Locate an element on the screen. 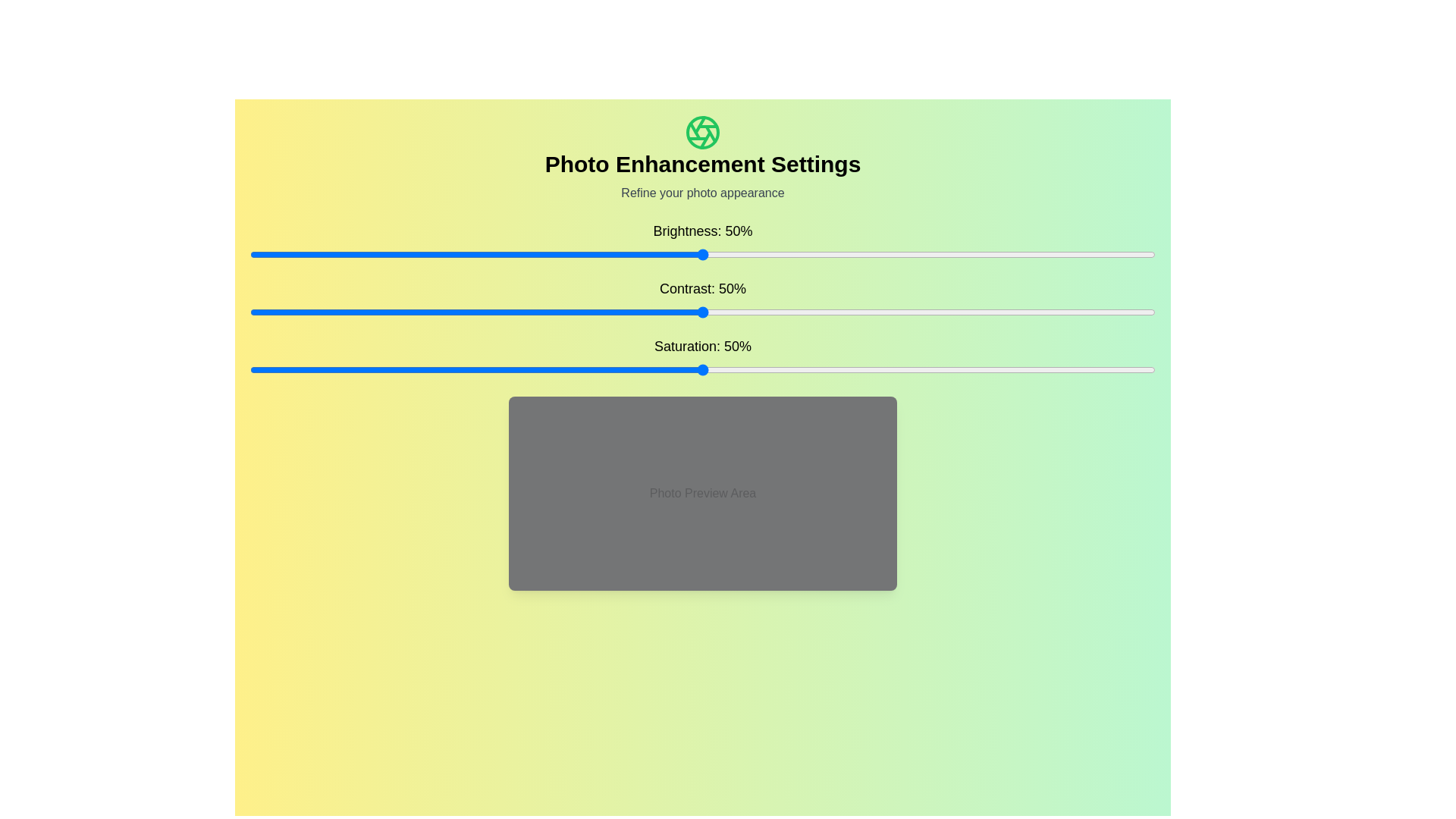  the saturation slider to 33% is located at coordinates (548, 370).